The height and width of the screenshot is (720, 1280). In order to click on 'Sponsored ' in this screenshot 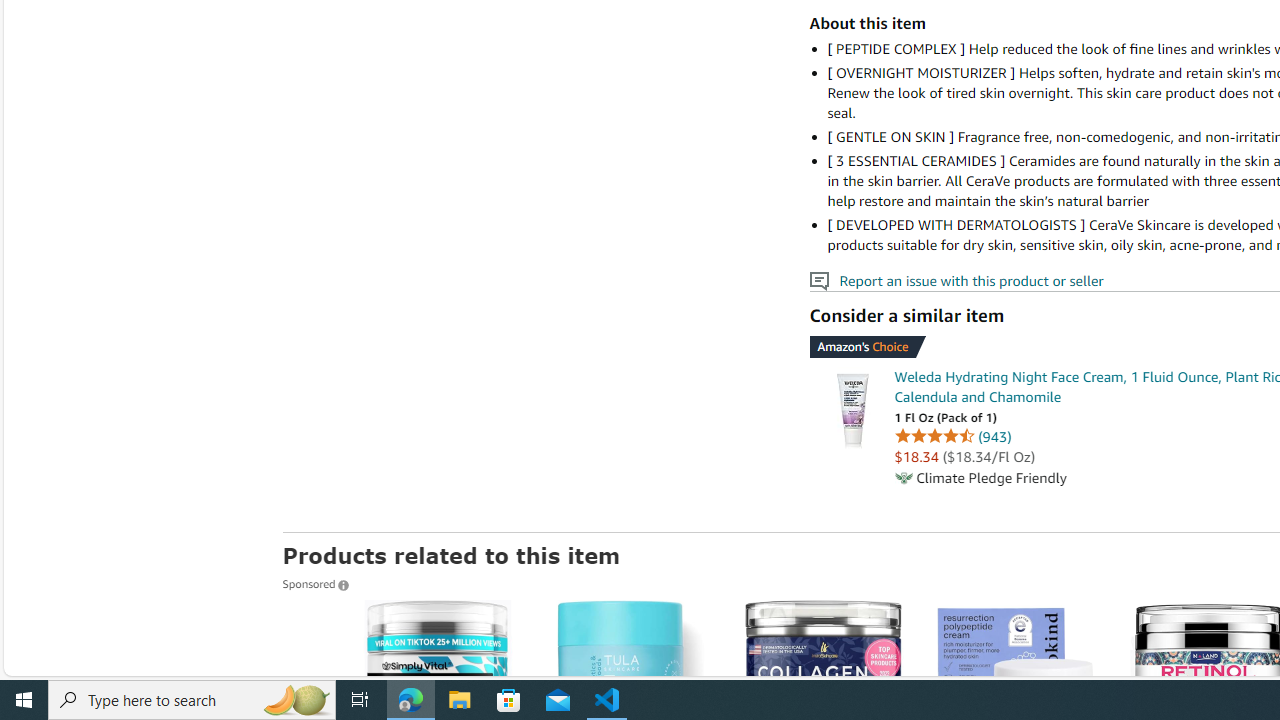, I will do `click(314, 583)`.